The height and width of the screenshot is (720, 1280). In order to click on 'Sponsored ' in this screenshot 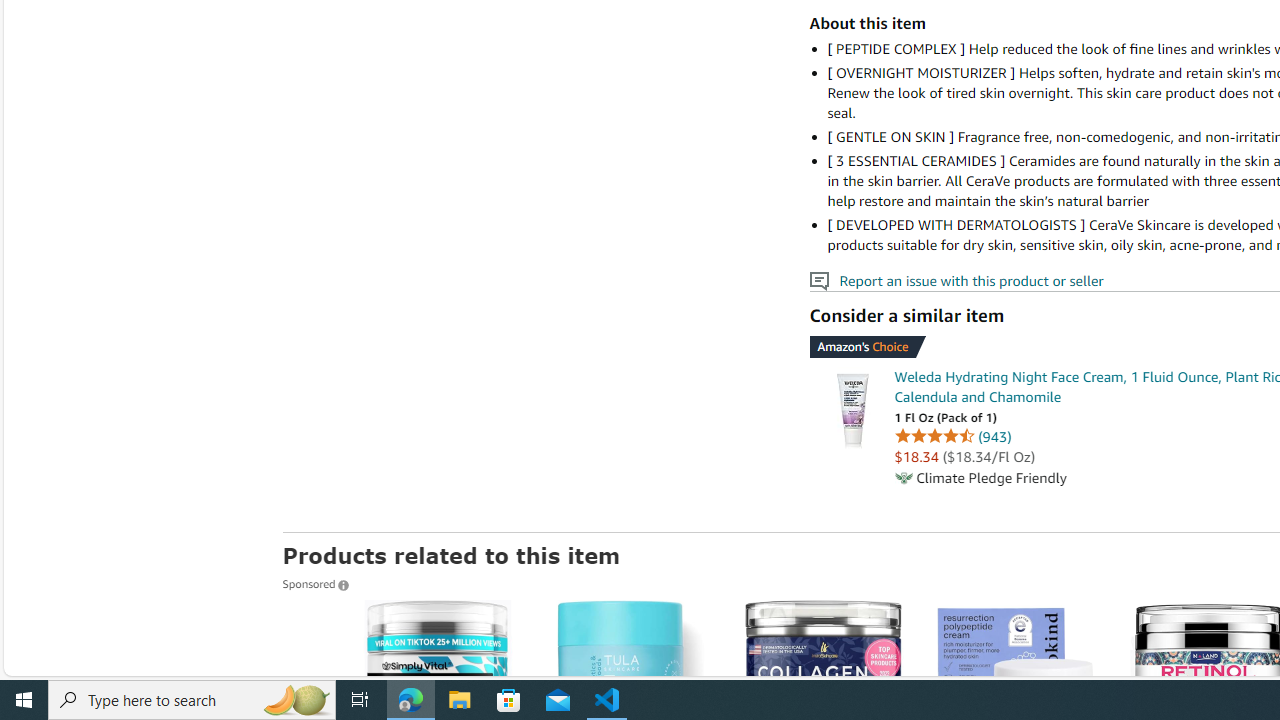, I will do `click(314, 583)`.